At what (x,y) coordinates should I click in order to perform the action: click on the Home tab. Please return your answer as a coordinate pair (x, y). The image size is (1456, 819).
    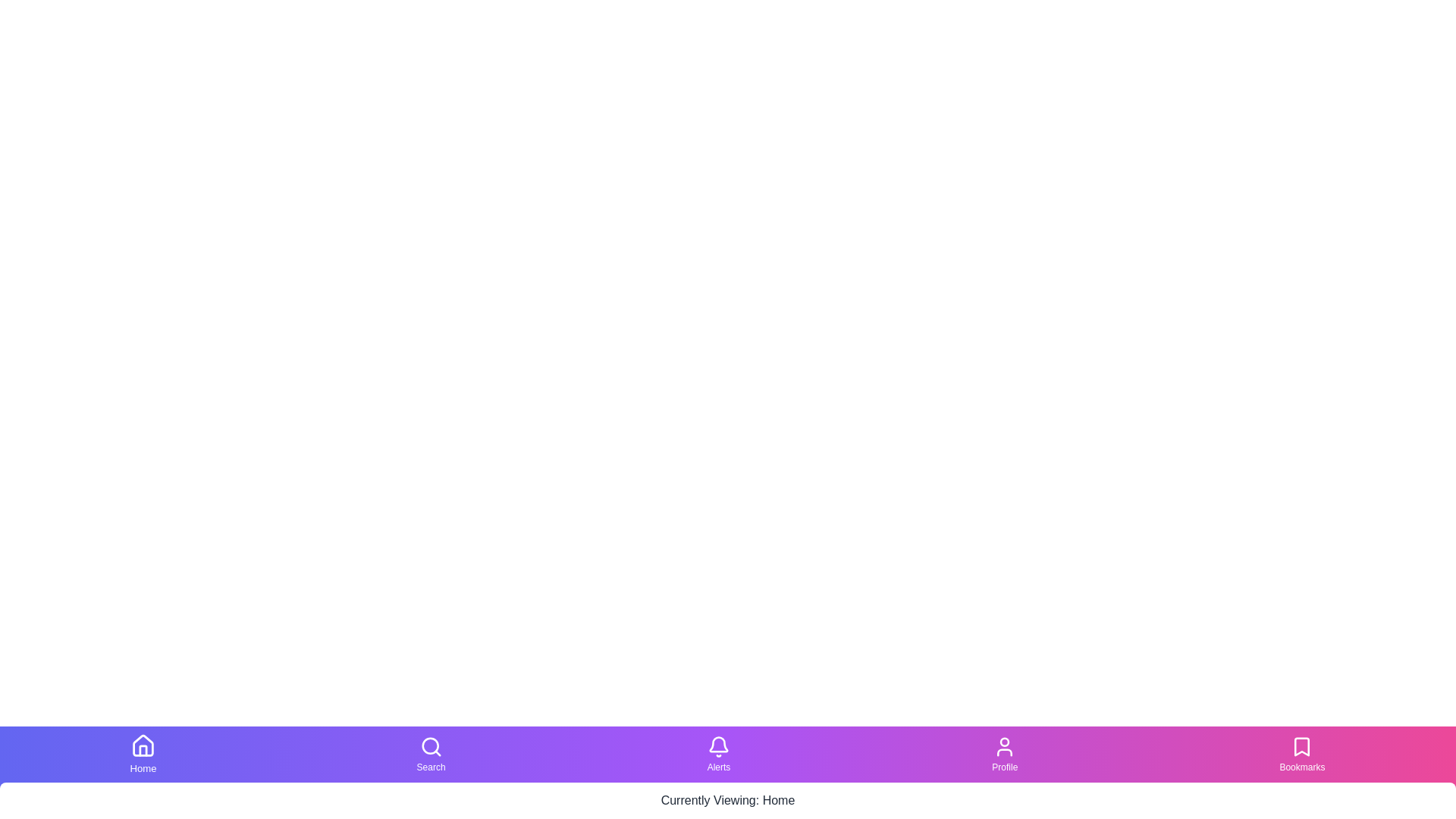
    Looking at the image, I should click on (143, 755).